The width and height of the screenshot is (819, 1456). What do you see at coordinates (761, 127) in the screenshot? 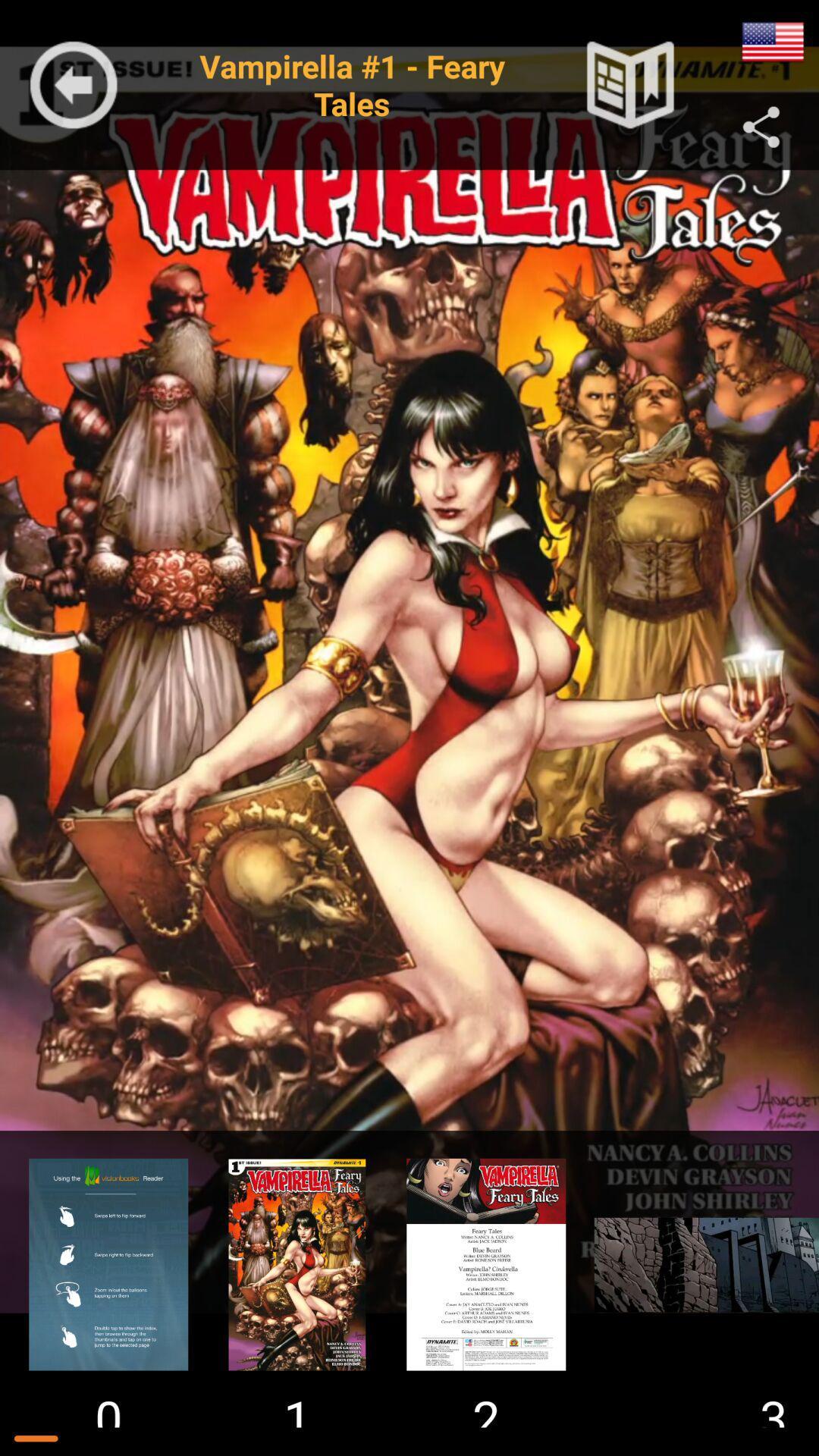
I see `share the article` at bounding box center [761, 127].